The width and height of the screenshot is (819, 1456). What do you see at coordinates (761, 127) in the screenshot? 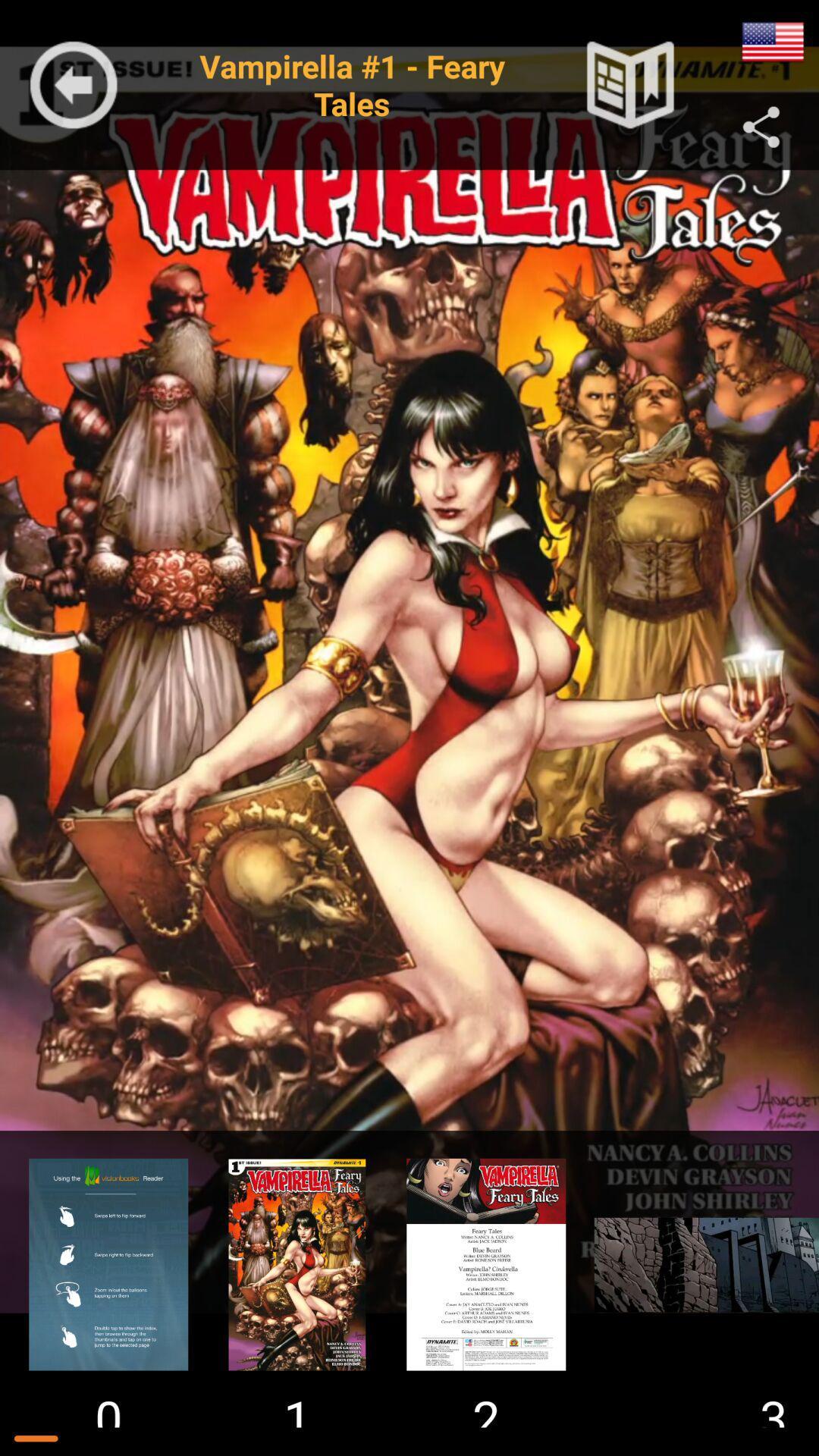
I see `share the article` at bounding box center [761, 127].